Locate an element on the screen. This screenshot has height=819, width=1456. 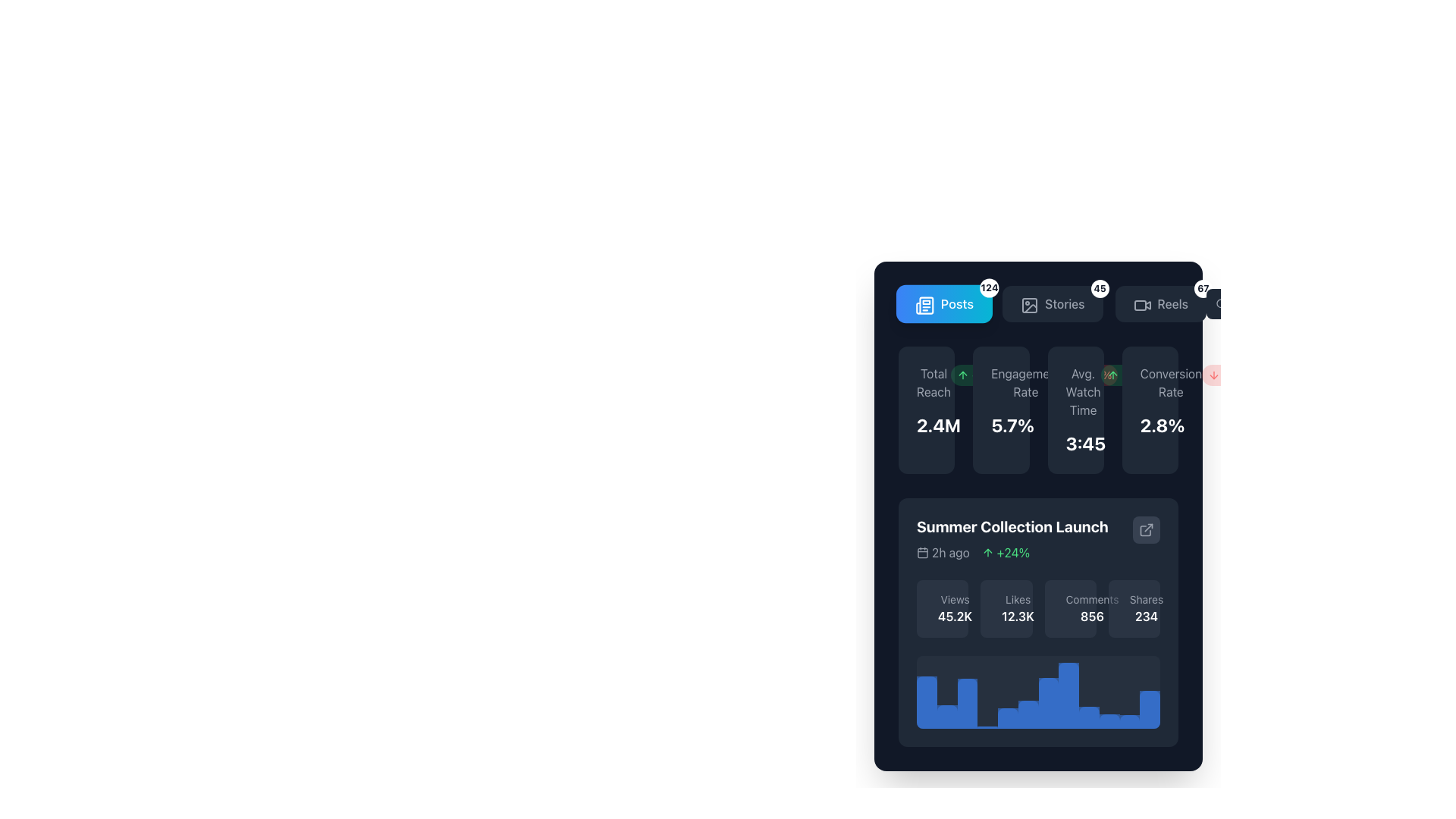
first bar in the bar chart of the 'Summer Collection Launch' card by clicking on it is located at coordinates (926, 702).